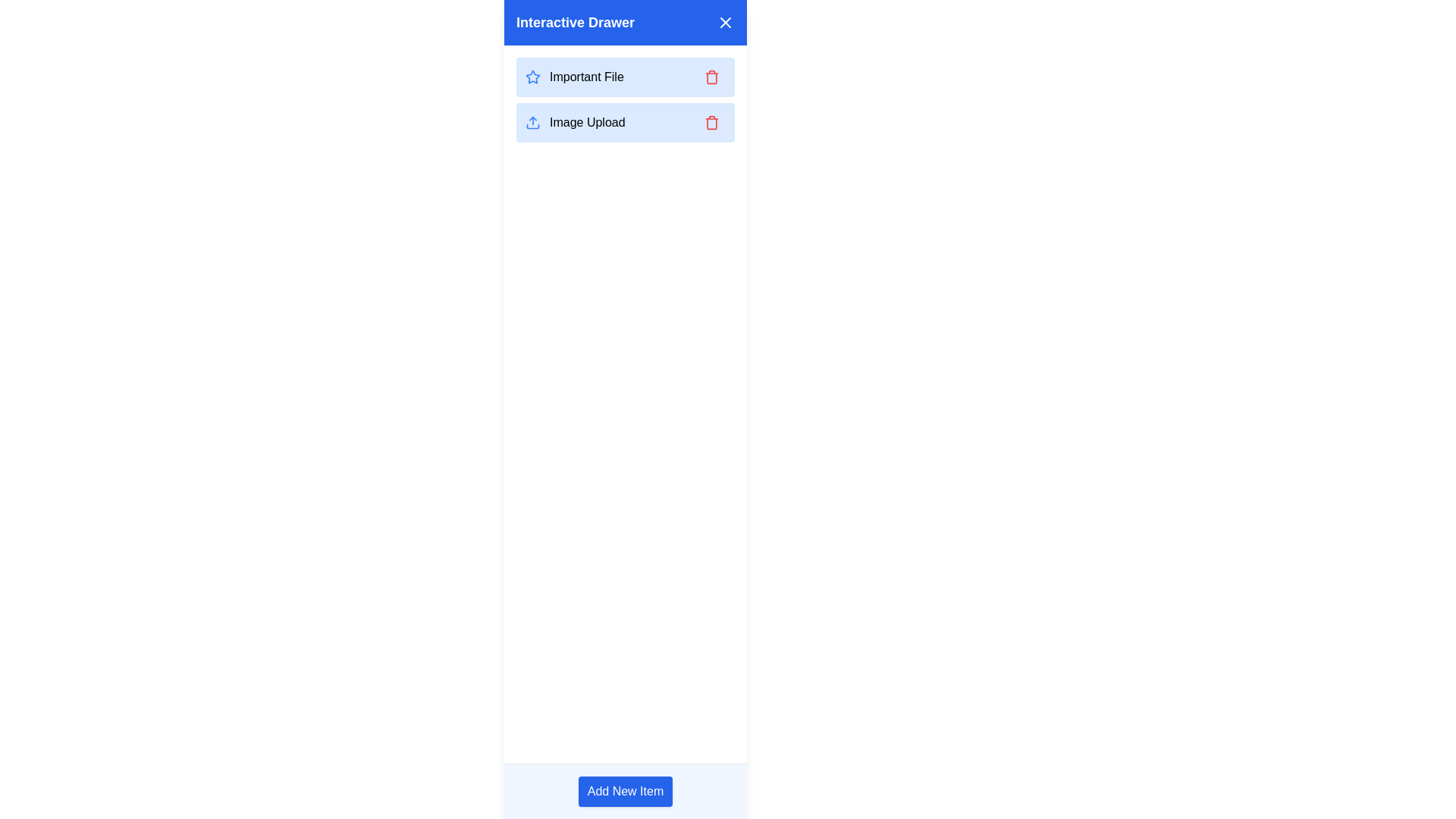 Image resolution: width=1456 pixels, height=819 pixels. I want to click on the 'Important File' label with the star-shaped icon outlined in blue, which is positioned in the top segment of the list with a light blue background, so click(573, 77).